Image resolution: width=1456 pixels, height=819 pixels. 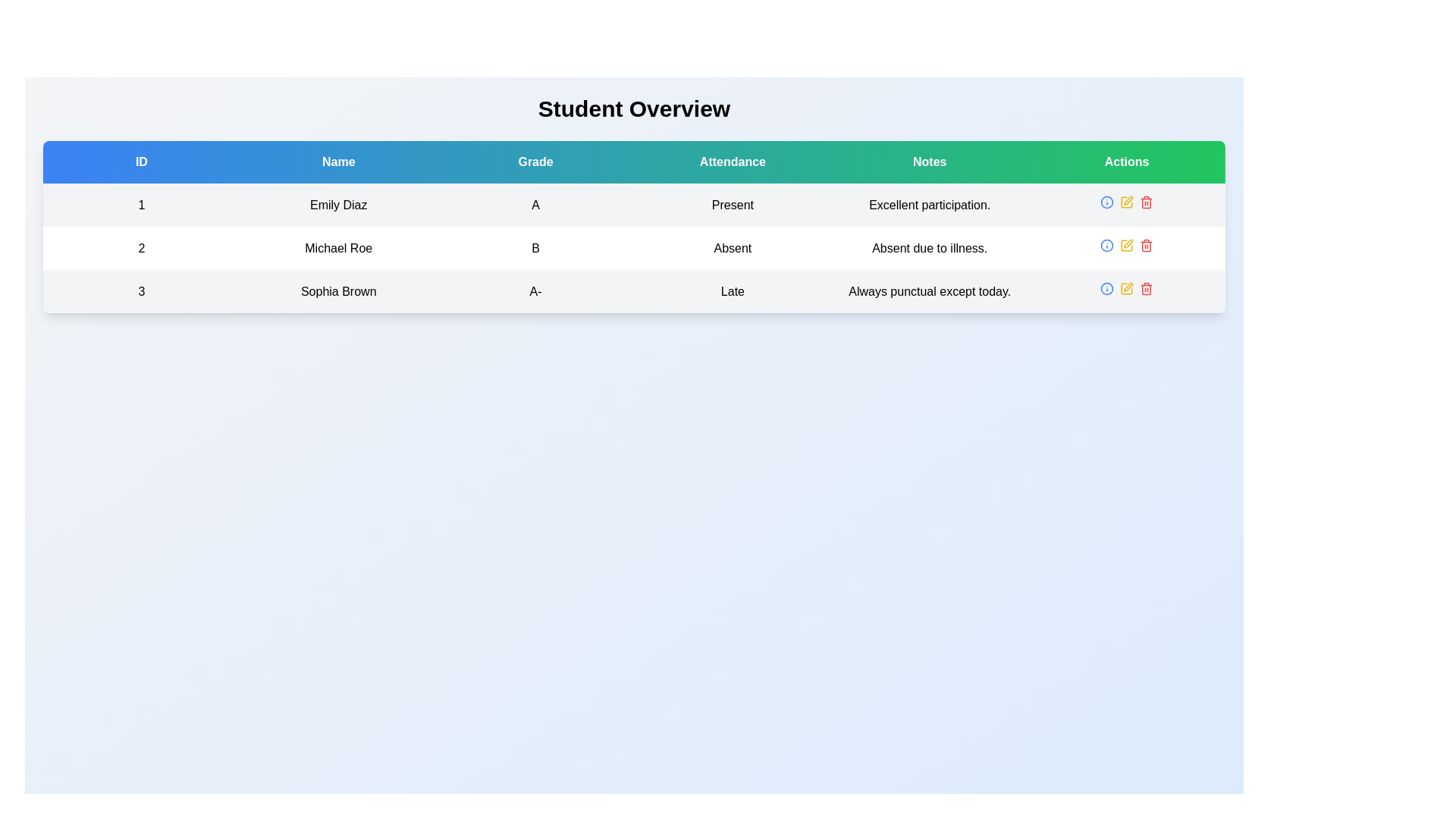 What do you see at coordinates (929, 247) in the screenshot?
I see `static text element located in the last column of the second row in the 'Notes' section of the table, which provides additional information about the reason for the individual's absence` at bounding box center [929, 247].